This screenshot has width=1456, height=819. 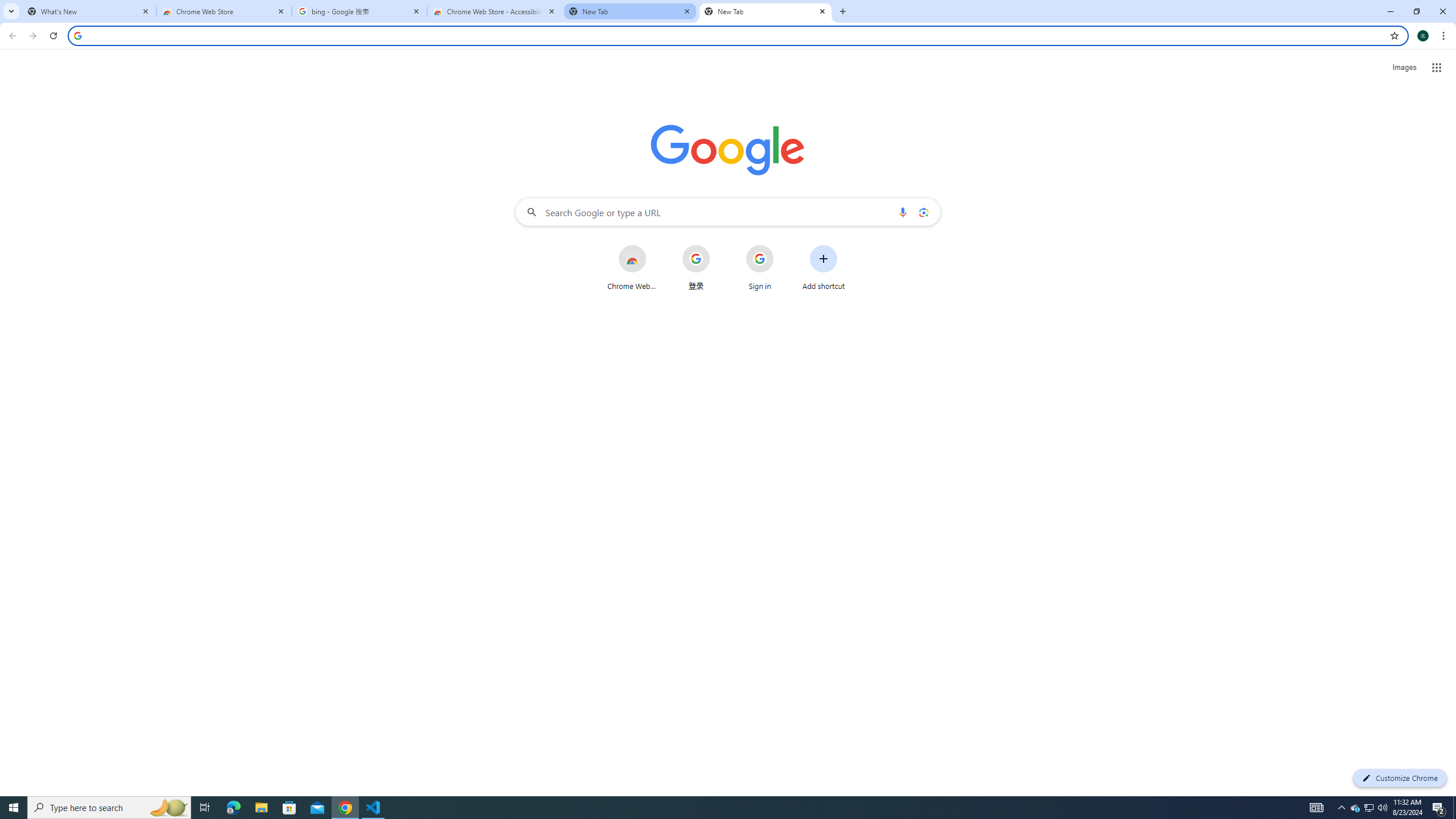 I want to click on 'Add shortcut', so click(x=823, y=267).